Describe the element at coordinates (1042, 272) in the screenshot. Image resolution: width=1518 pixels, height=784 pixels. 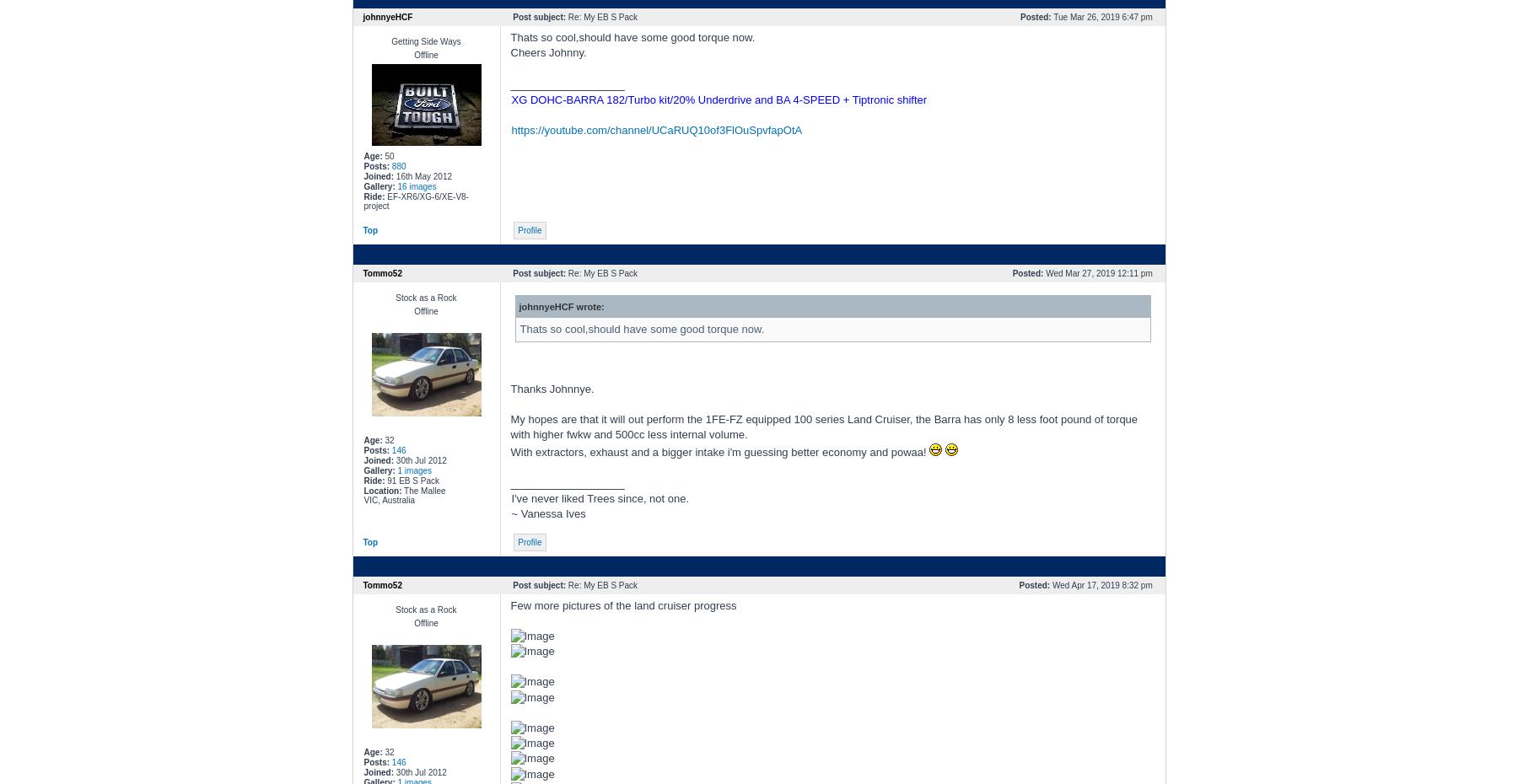
I see `'Wed Mar 27, 2019 12:11 pm'` at that location.